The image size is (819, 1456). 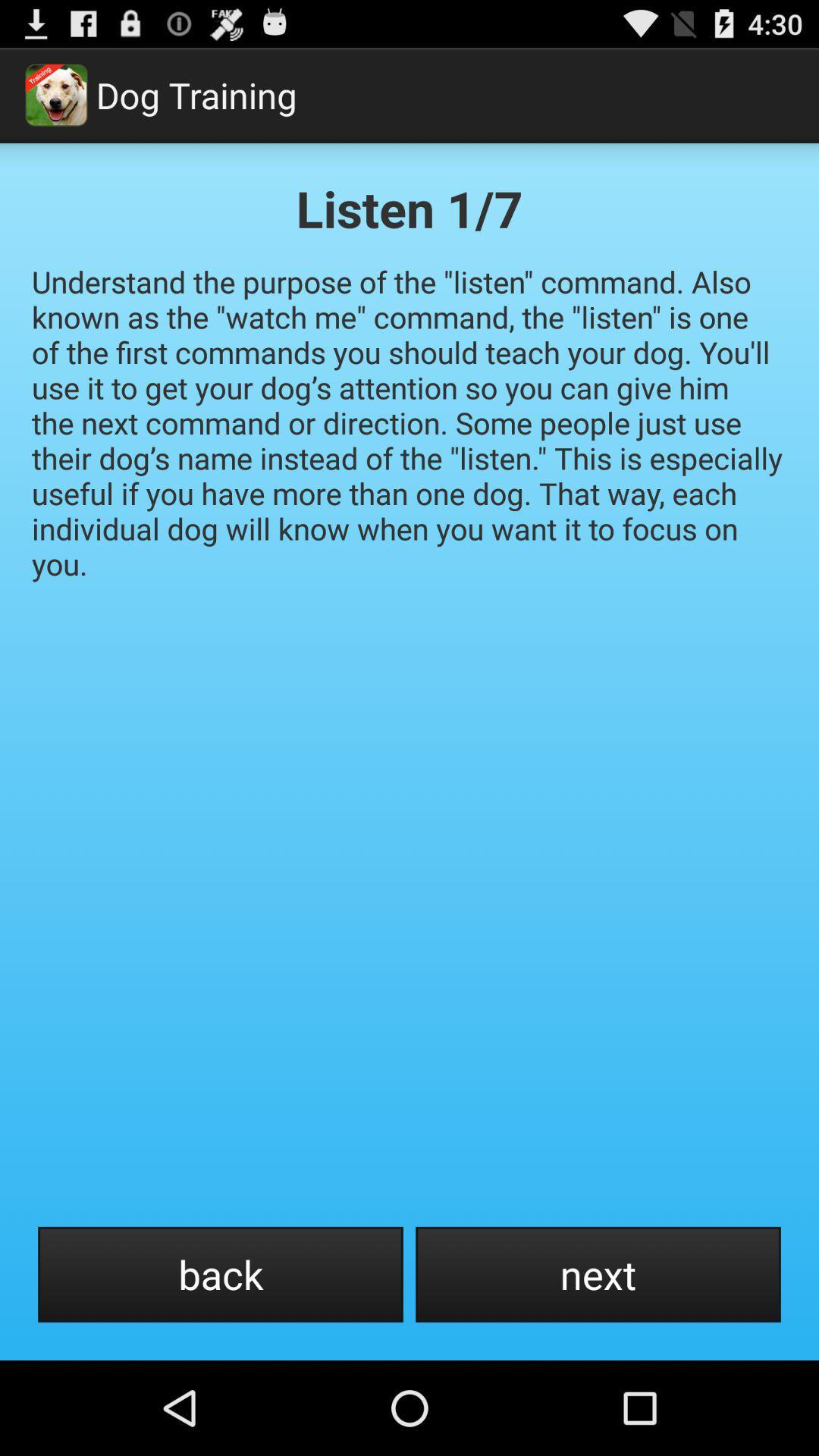 What do you see at coordinates (598, 1274) in the screenshot?
I see `item at the bottom right corner` at bounding box center [598, 1274].